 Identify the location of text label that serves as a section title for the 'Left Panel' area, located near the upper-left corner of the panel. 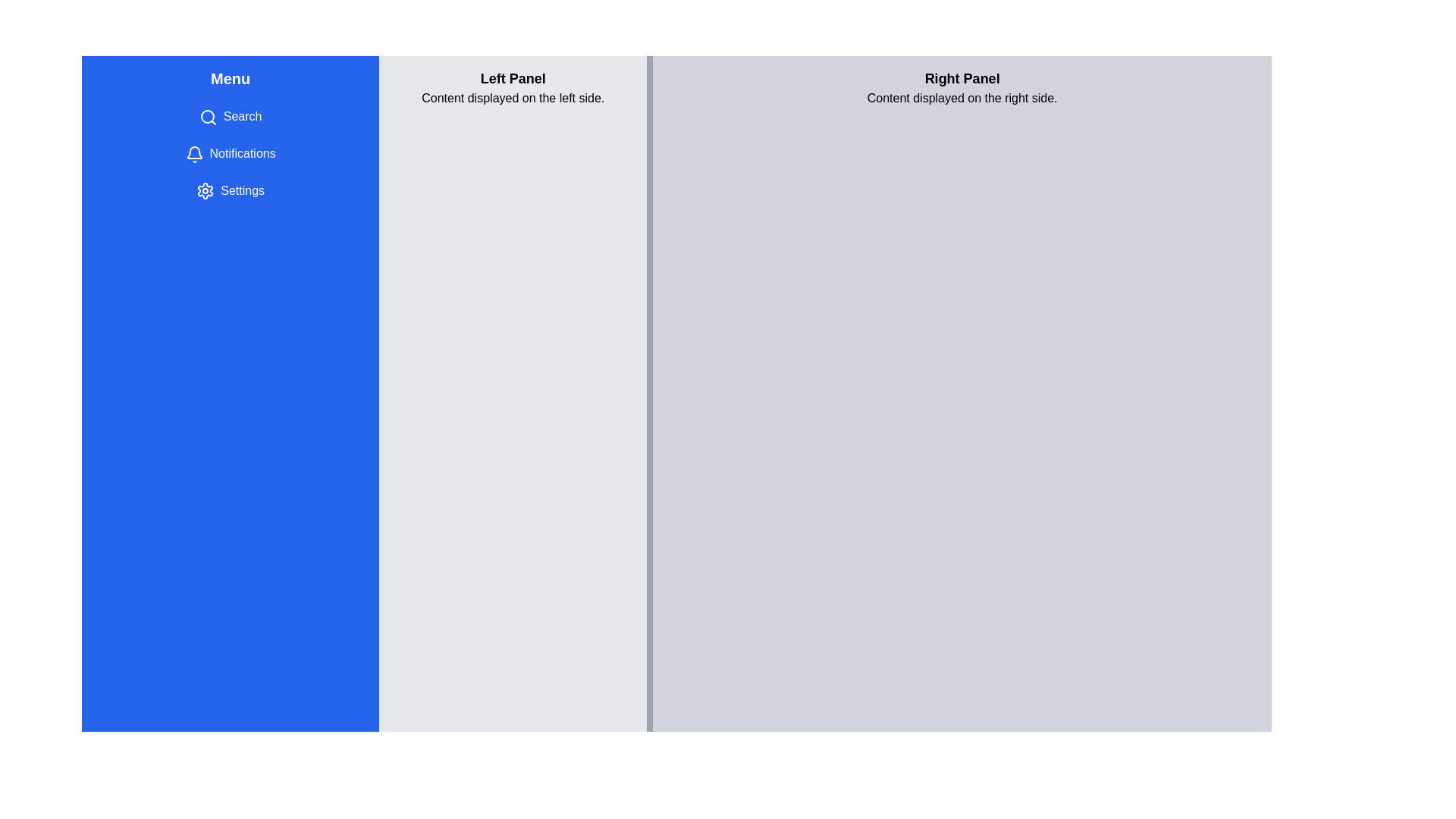
(513, 79).